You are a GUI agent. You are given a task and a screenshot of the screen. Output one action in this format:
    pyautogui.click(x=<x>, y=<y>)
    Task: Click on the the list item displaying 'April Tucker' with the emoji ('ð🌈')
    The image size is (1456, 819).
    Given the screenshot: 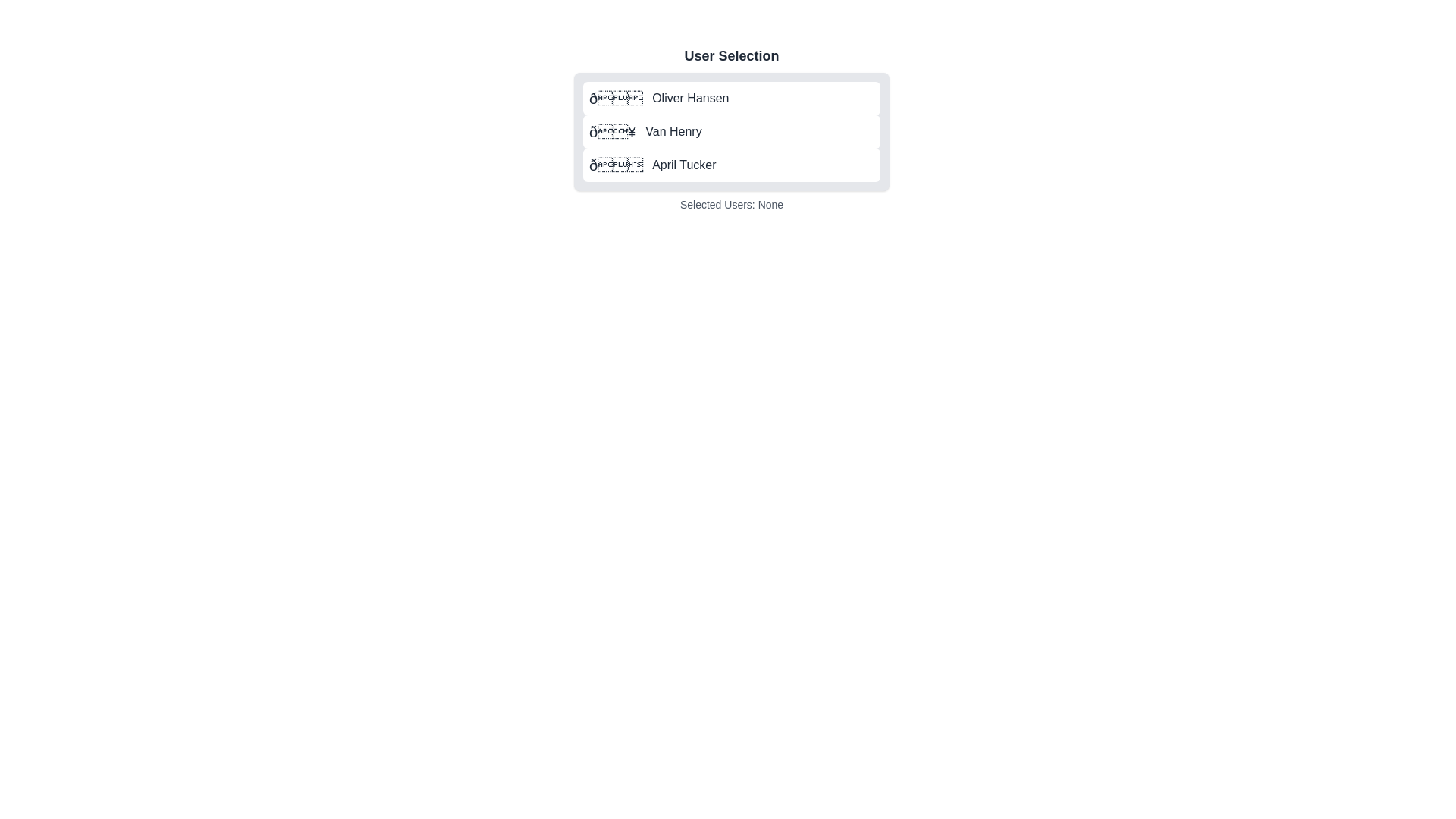 What is the action you would take?
    pyautogui.click(x=652, y=165)
    